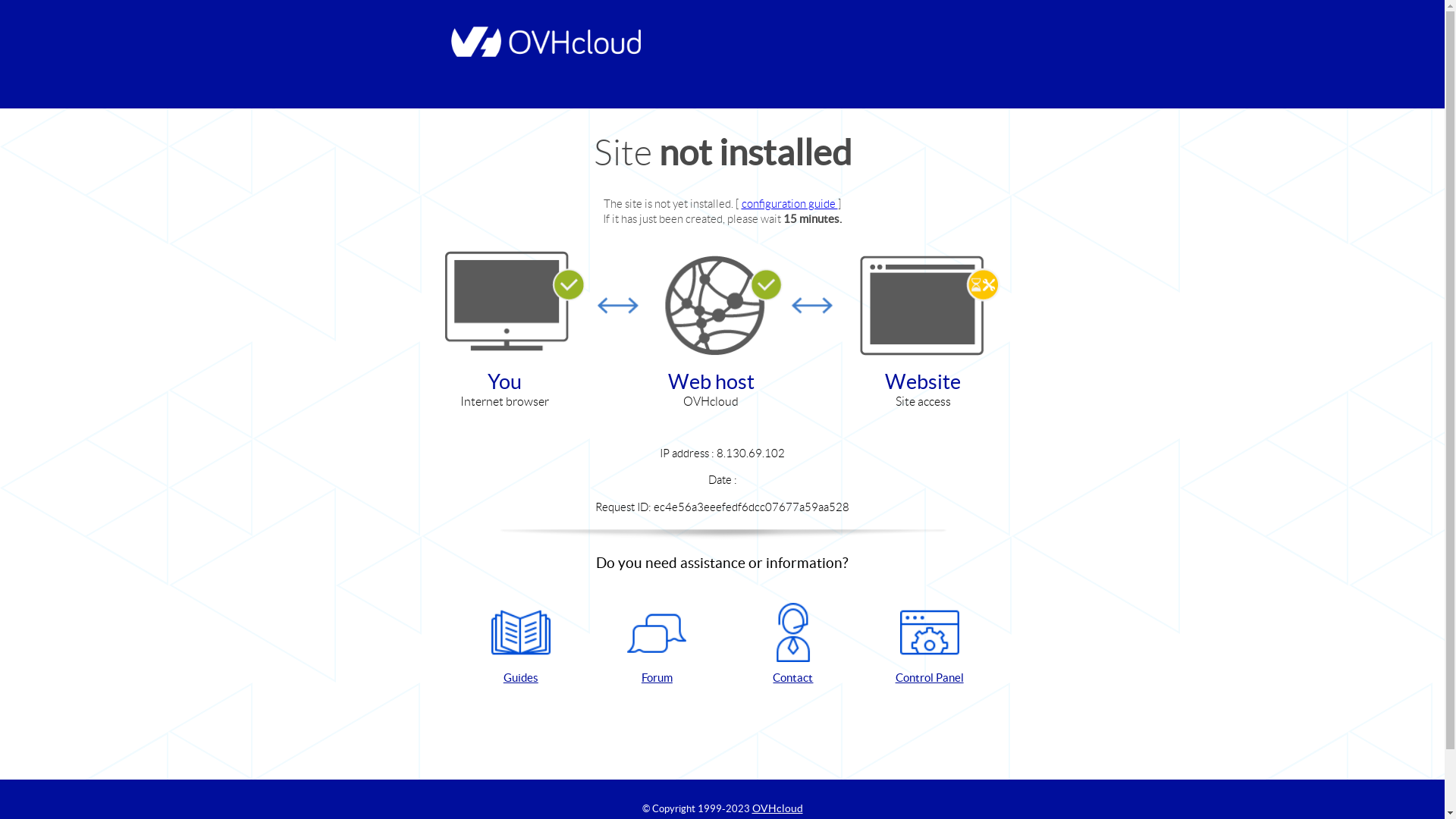 Image resolution: width=1456 pixels, height=819 pixels. I want to click on 'Forum', so click(595, 644).